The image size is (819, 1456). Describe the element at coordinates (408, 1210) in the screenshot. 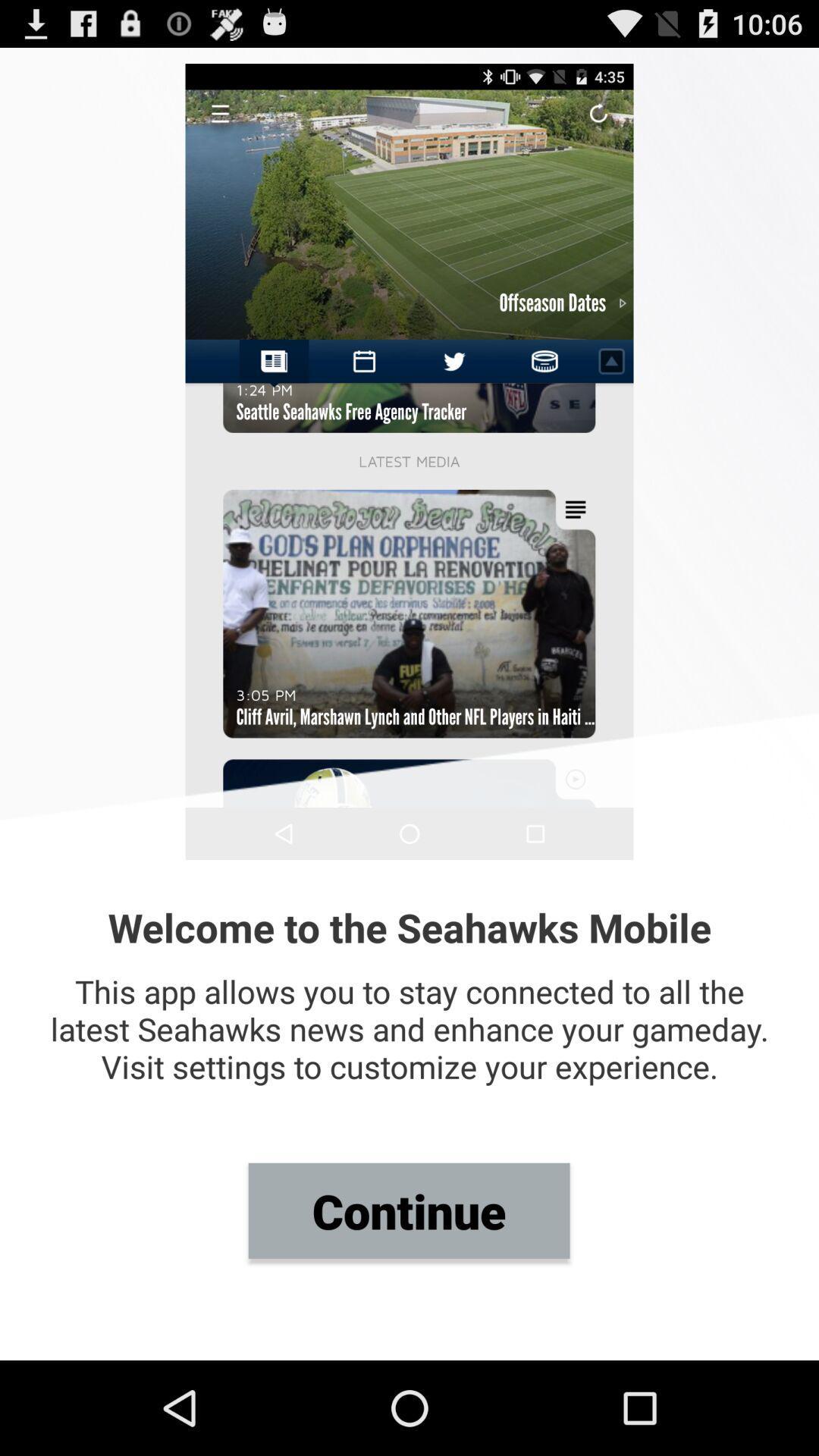

I see `the icon below this app allows item` at that location.